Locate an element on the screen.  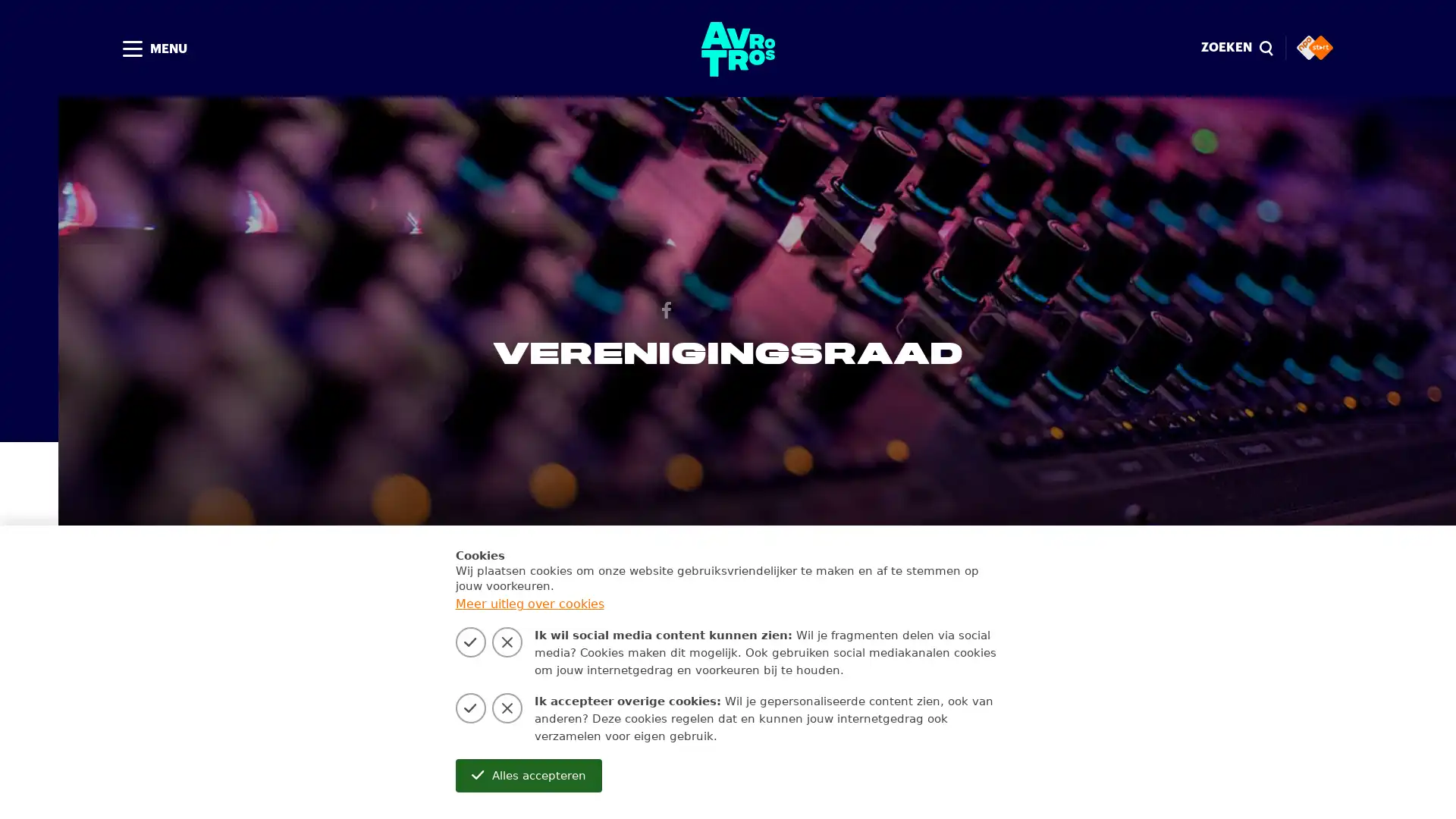
Alles accepteren is located at coordinates (528, 775).